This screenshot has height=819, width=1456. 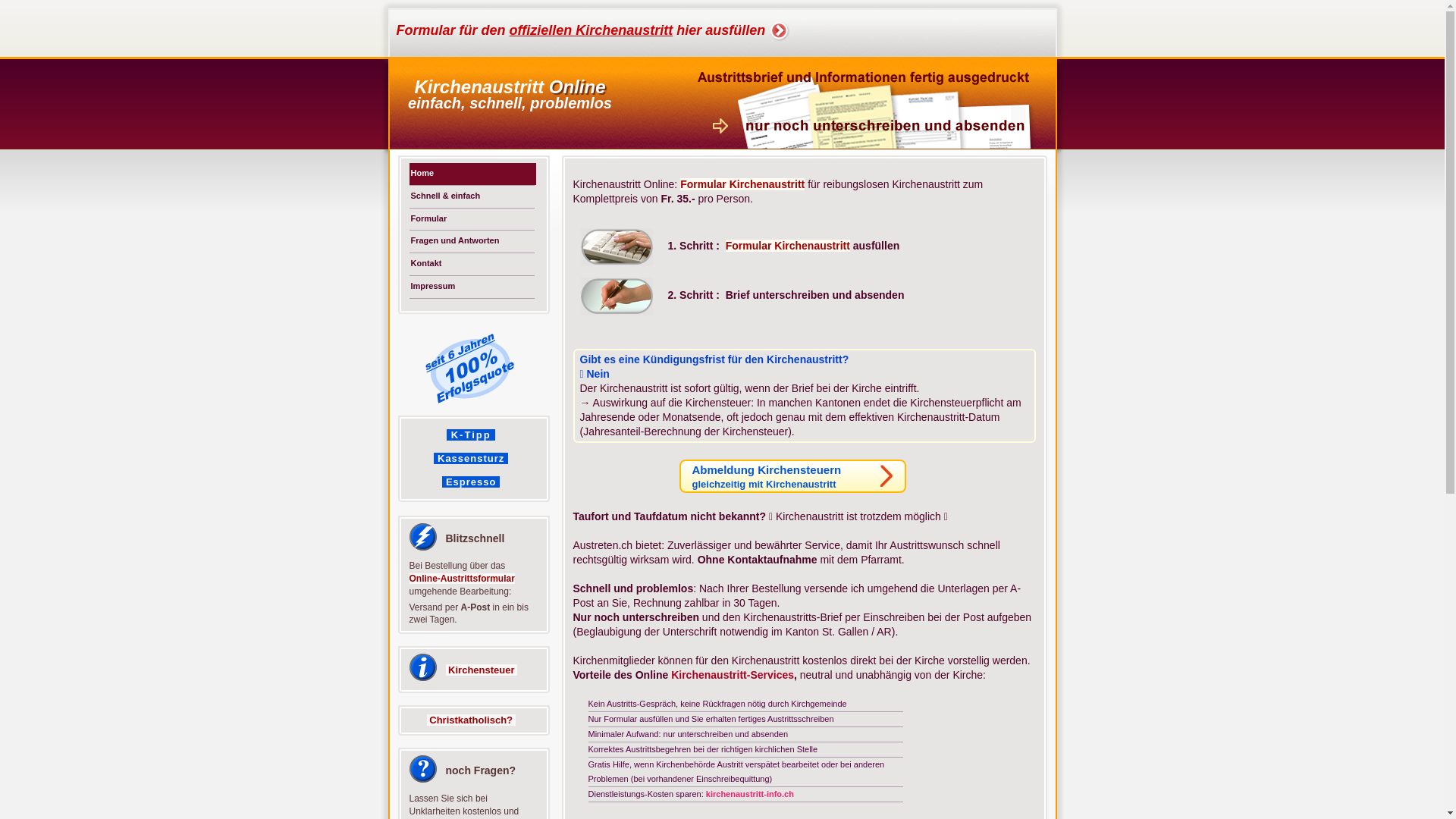 I want to click on 'Kirchenaustritt-Services', so click(x=732, y=674).